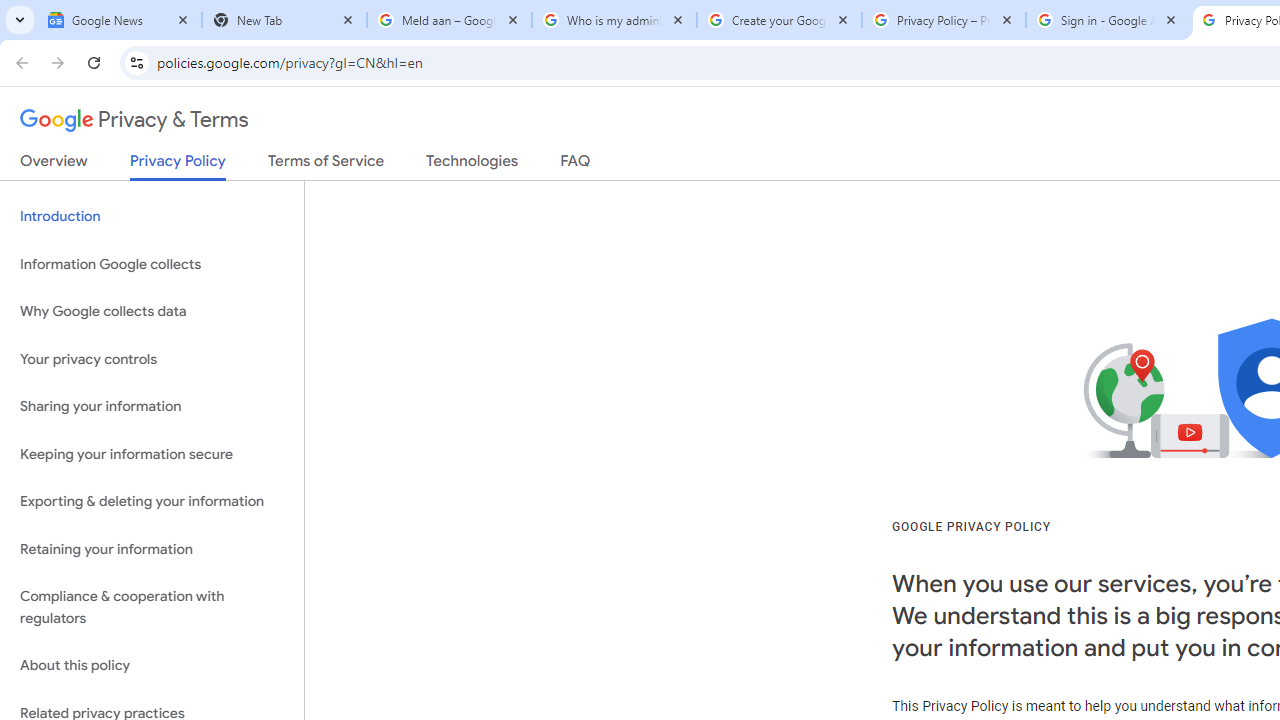  Describe the element at coordinates (151, 607) in the screenshot. I see `'Compliance & cooperation with regulators'` at that location.